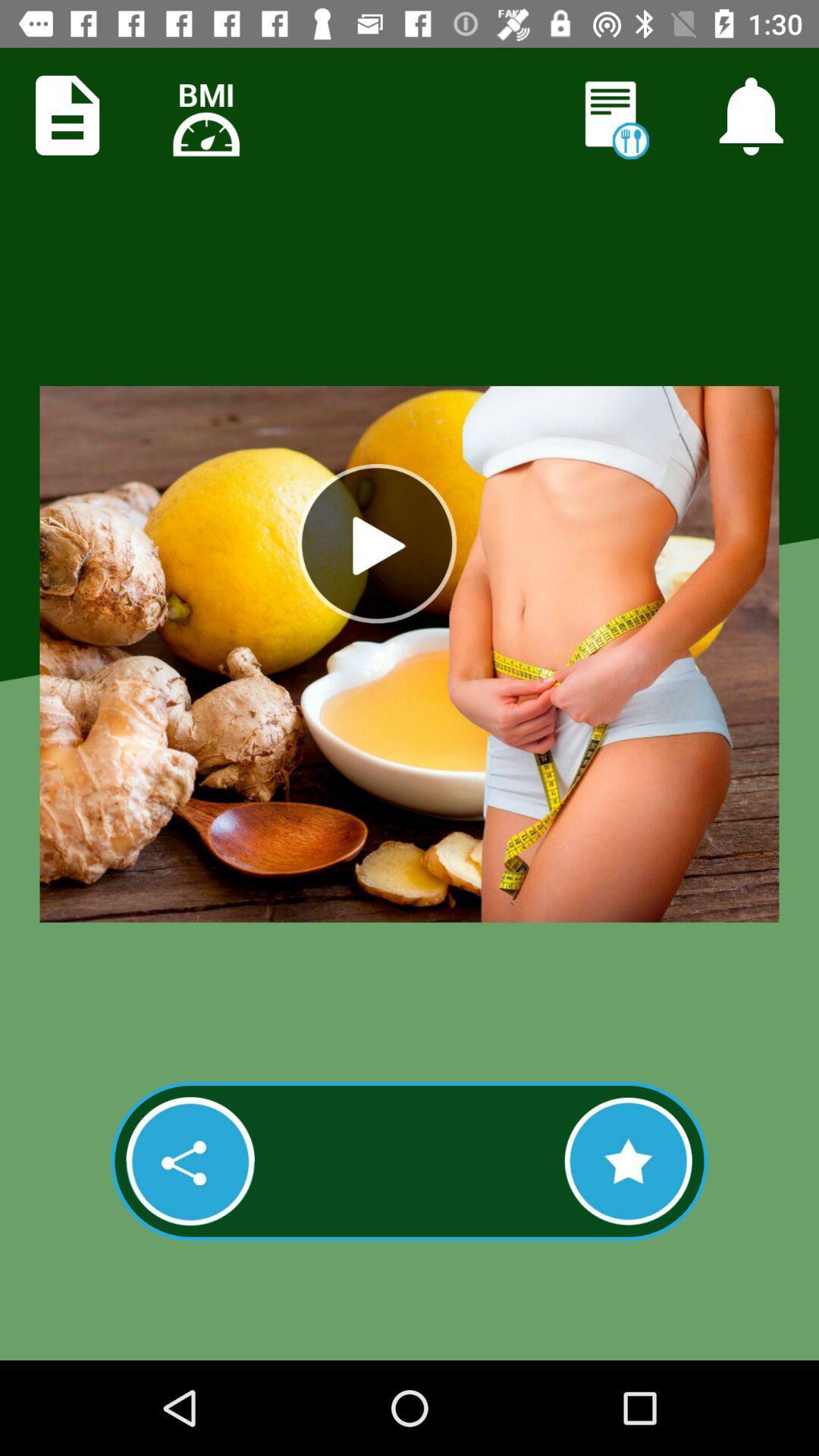 The image size is (819, 1456). Describe the element at coordinates (628, 1160) in the screenshot. I see `favirate` at that location.